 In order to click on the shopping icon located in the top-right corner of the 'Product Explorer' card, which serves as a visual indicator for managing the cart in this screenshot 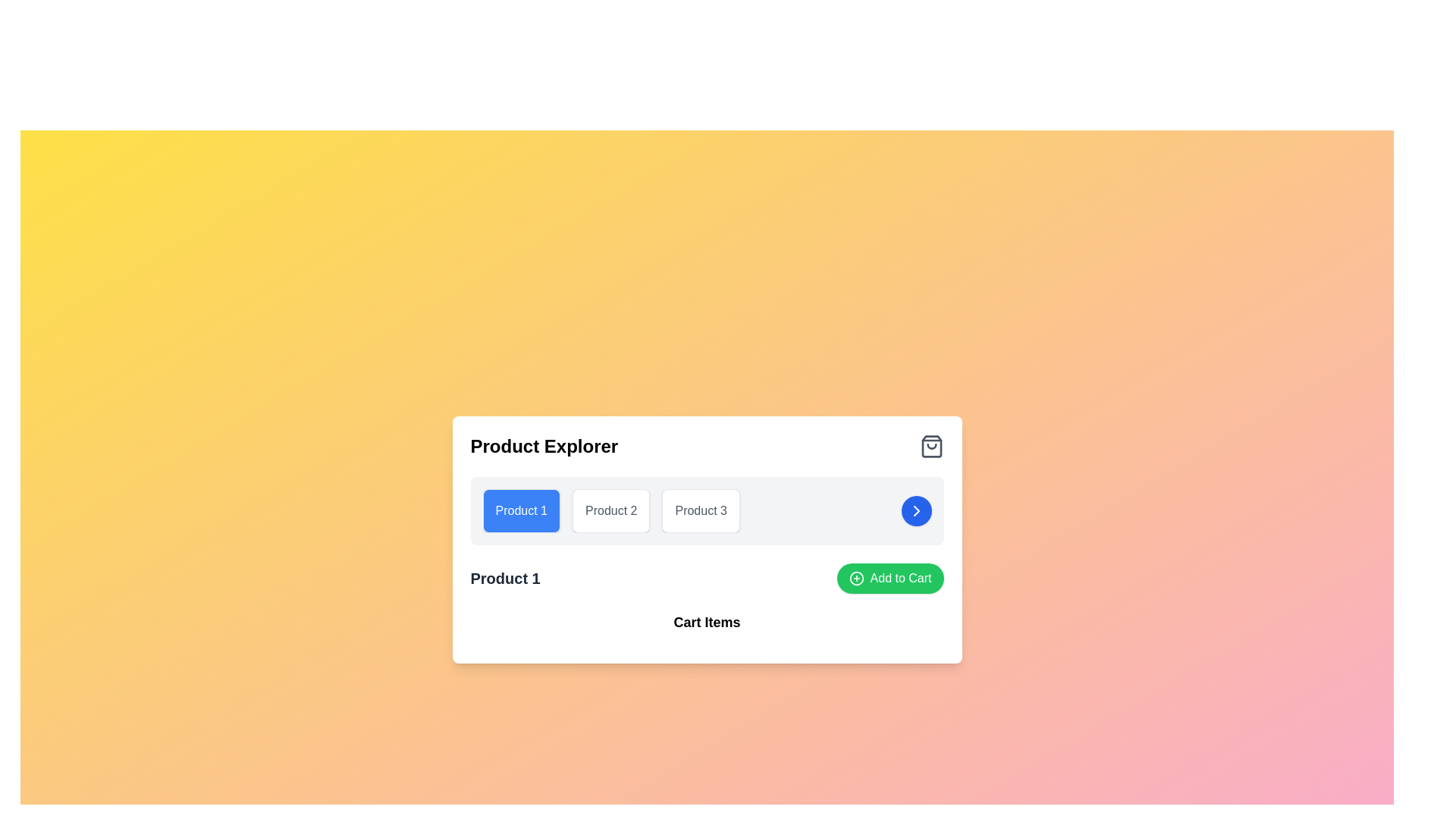, I will do `click(930, 446)`.